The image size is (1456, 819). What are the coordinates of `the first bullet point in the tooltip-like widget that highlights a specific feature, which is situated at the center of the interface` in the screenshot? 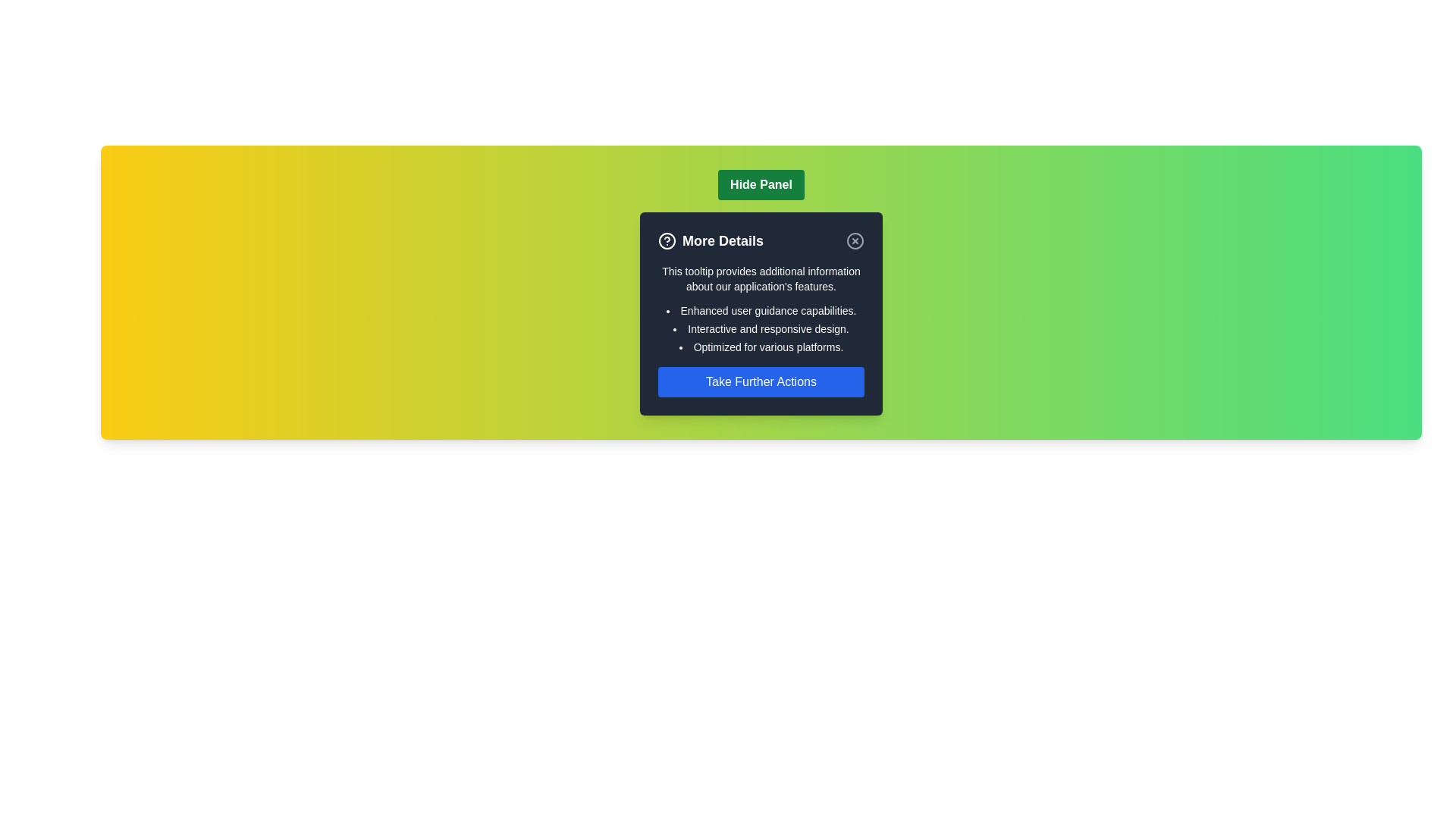 It's located at (761, 309).